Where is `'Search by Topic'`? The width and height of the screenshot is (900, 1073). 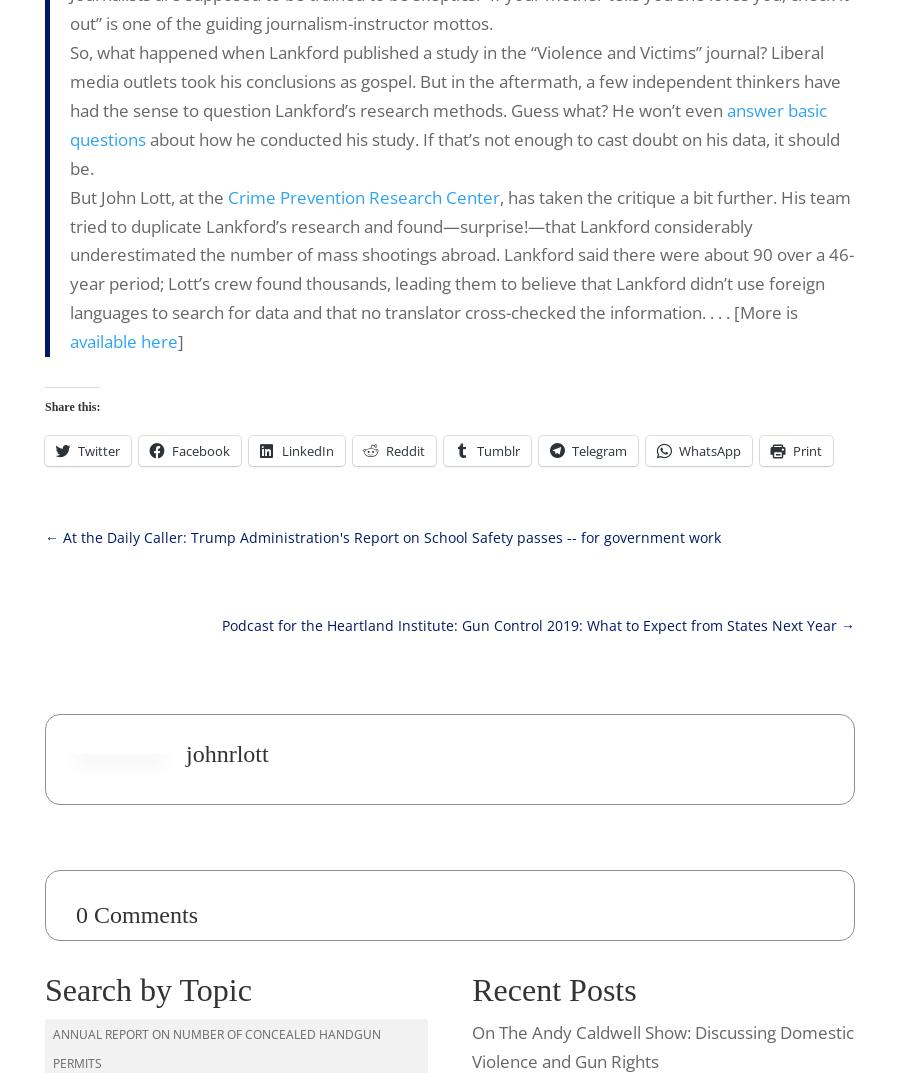 'Search by Topic' is located at coordinates (147, 987).